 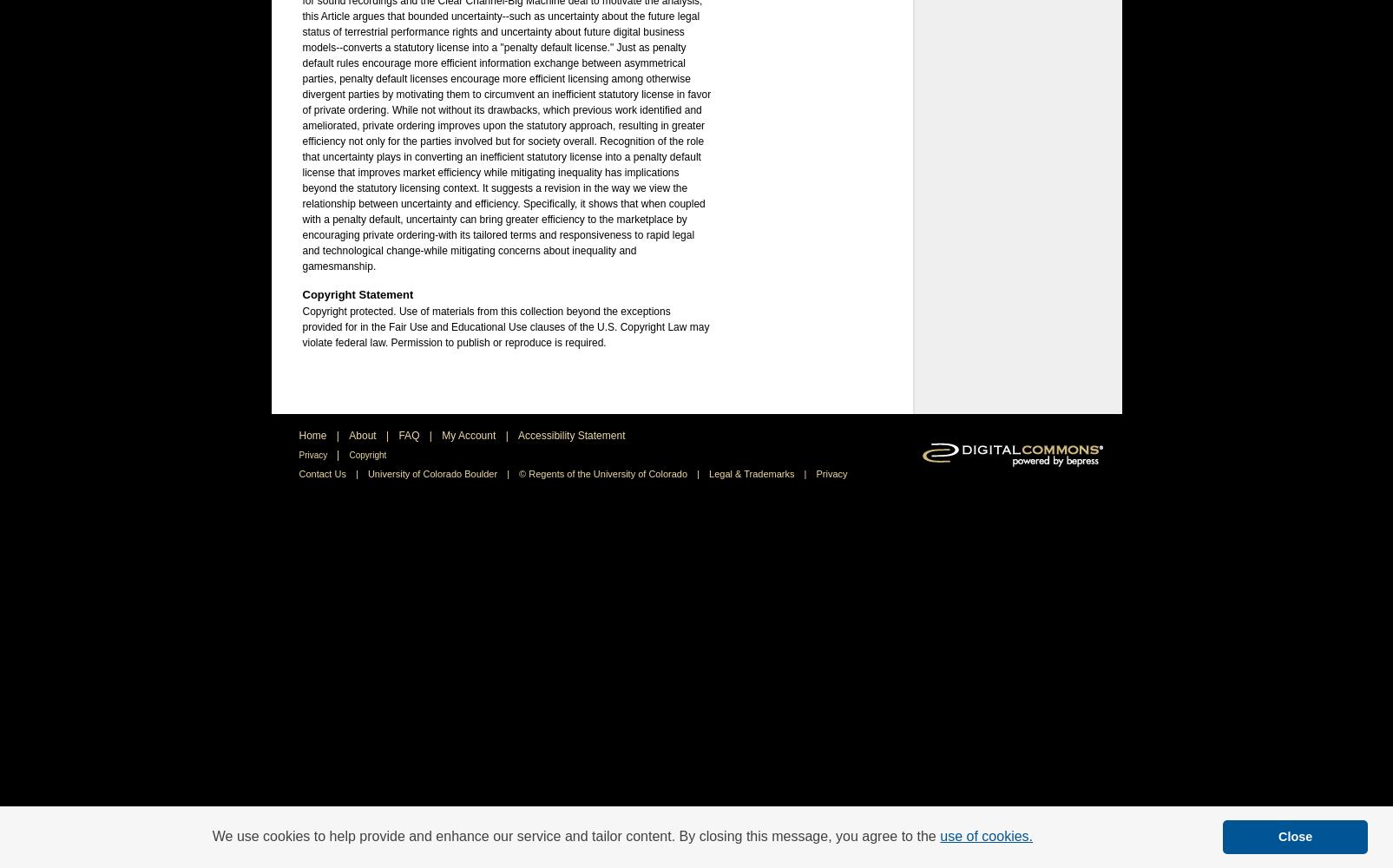 What do you see at coordinates (321, 473) in the screenshot?
I see `'Contact Us'` at bounding box center [321, 473].